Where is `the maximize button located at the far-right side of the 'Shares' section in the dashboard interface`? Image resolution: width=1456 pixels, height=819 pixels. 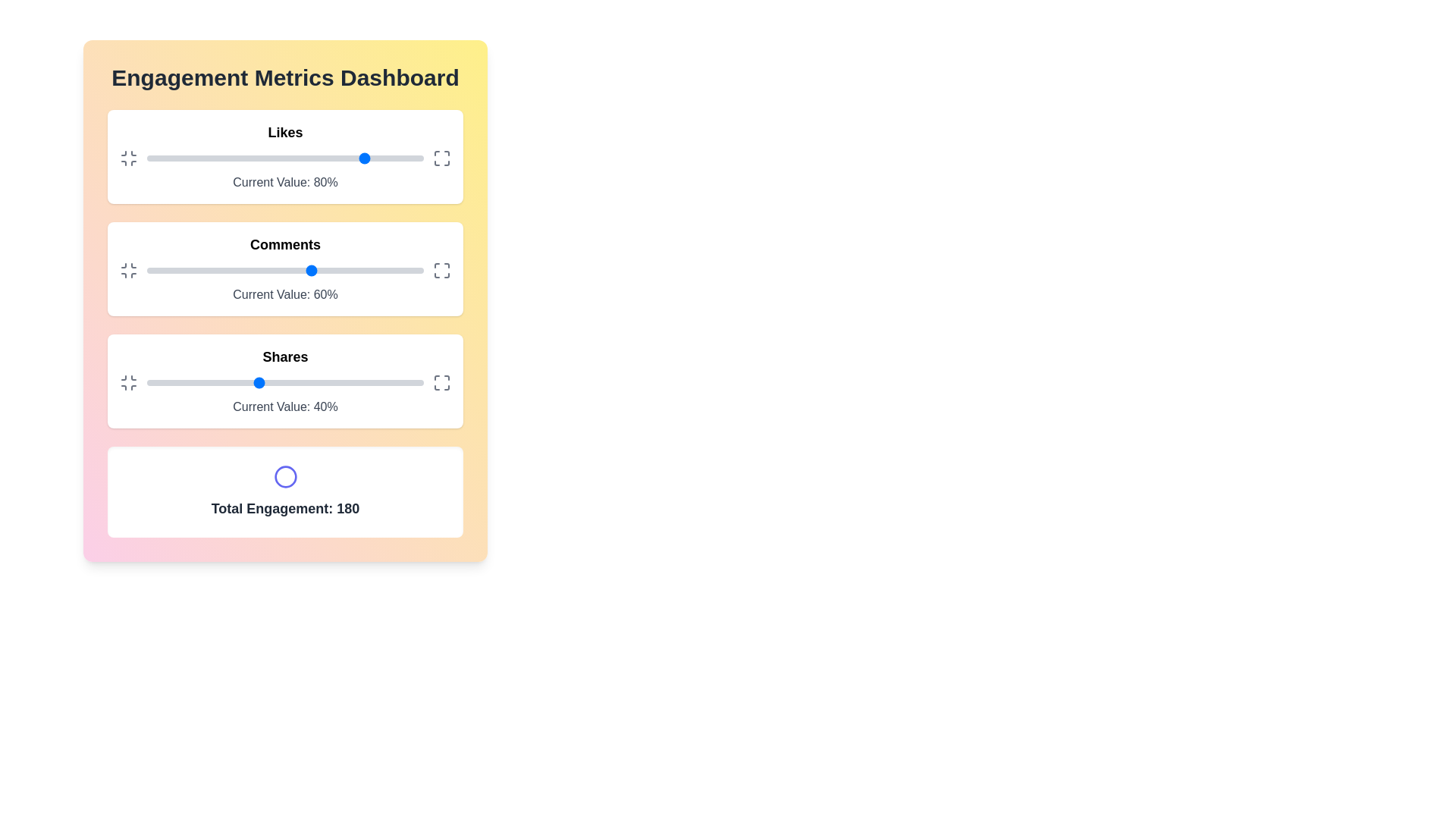
the maximize button located at the far-right side of the 'Shares' section in the dashboard interface is located at coordinates (441, 382).